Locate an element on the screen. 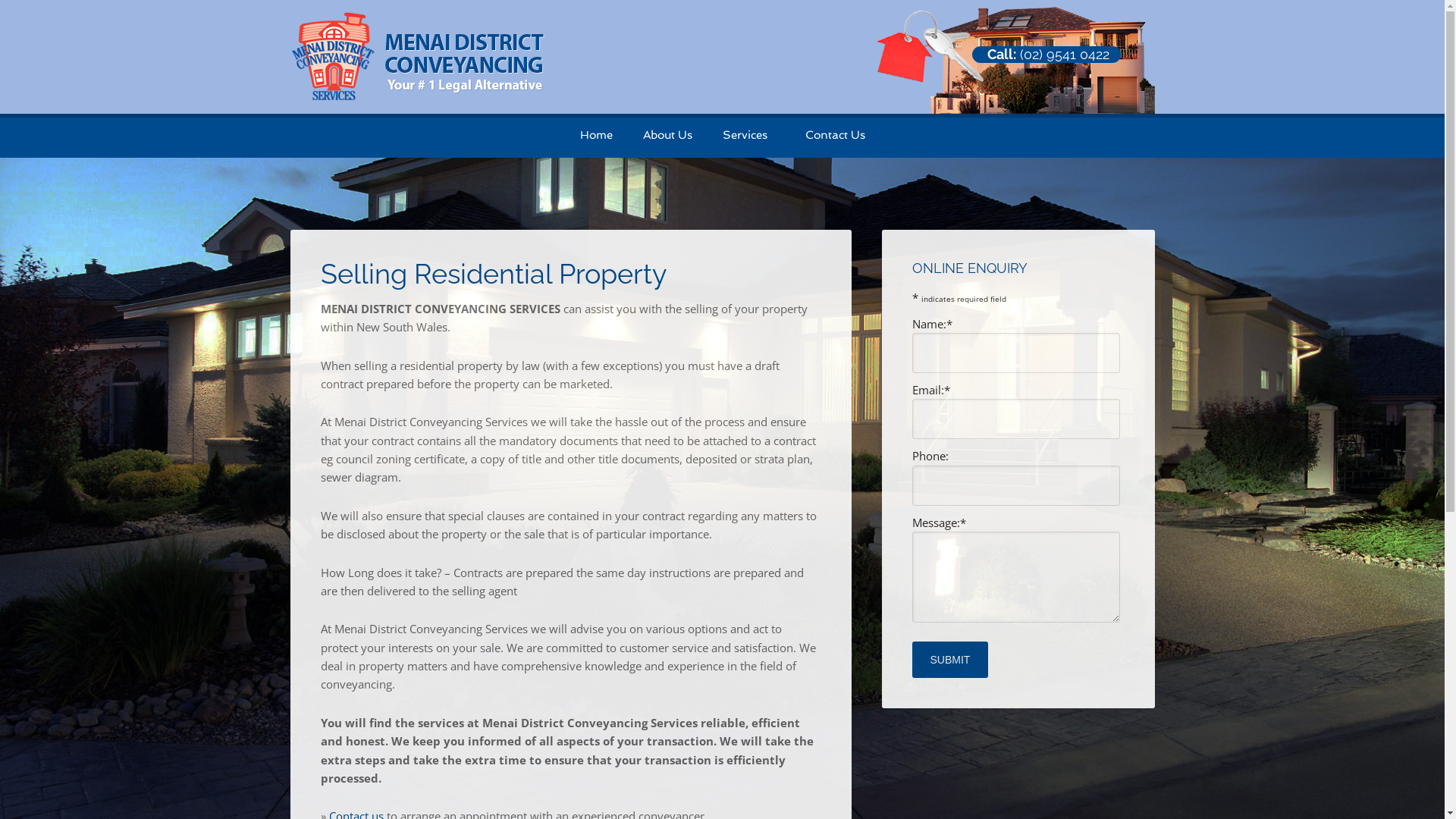 This screenshot has width=1456, height=819. 'Contact Us' is located at coordinates (834, 134).